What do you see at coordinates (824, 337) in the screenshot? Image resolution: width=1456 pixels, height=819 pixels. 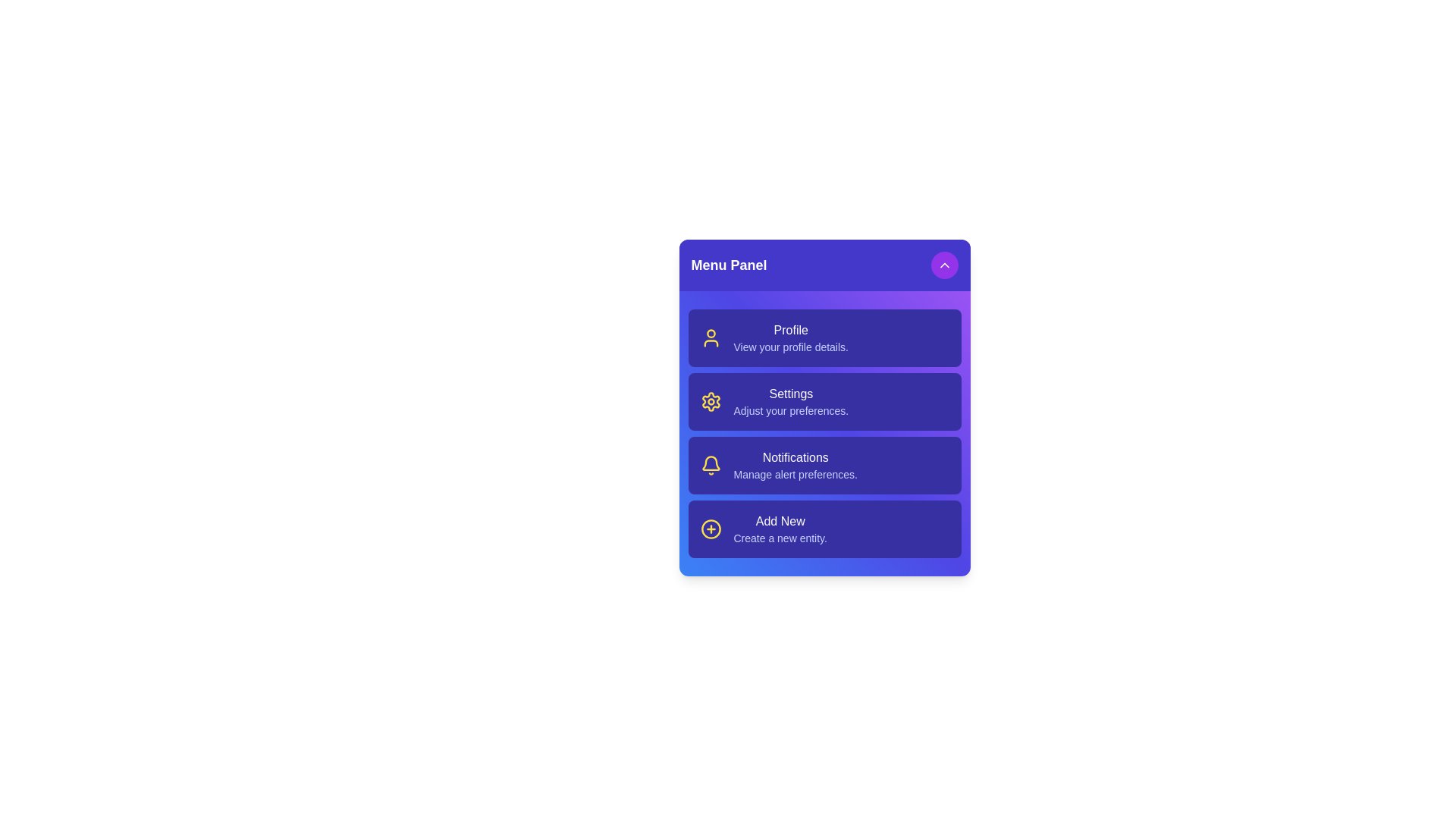 I see `the menu item Profile to trigger its hover effect` at bounding box center [824, 337].